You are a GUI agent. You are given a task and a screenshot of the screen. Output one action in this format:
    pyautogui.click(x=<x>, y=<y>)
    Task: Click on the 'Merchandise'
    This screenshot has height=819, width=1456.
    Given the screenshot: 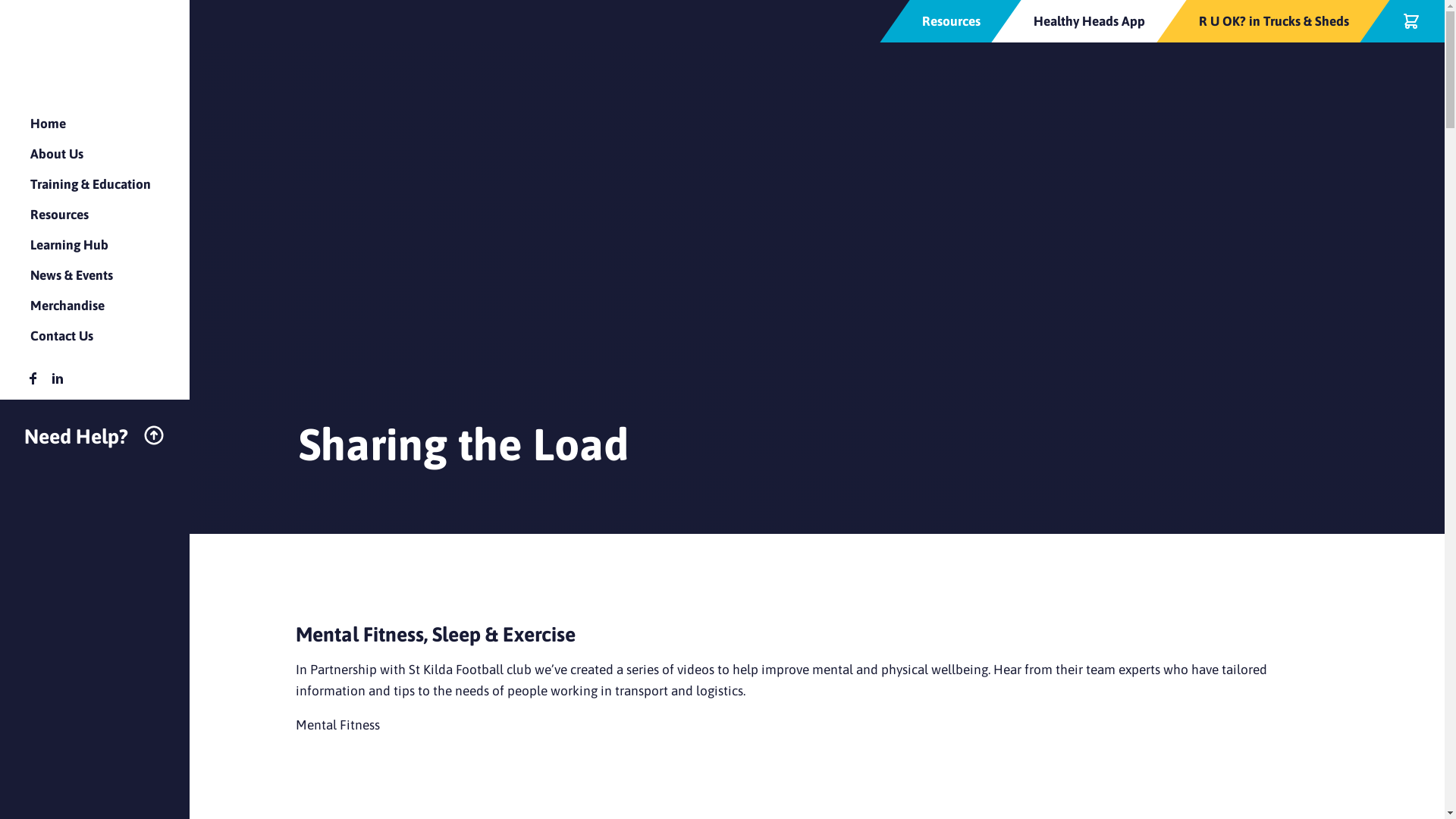 What is the action you would take?
    pyautogui.click(x=67, y=305)
    